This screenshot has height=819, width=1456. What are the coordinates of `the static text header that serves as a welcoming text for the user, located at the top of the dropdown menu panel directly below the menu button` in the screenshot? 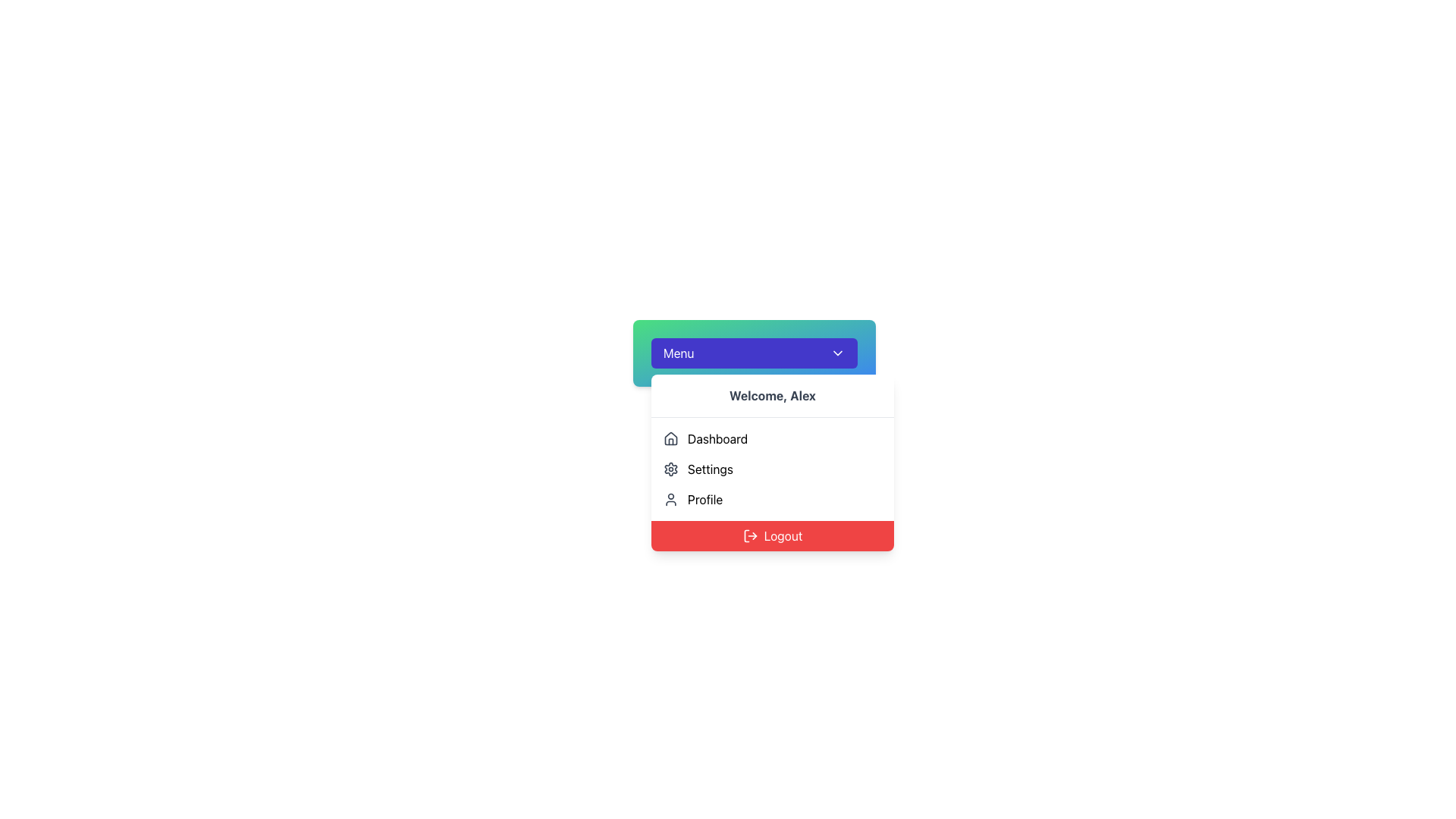 It's located at (772, 395).